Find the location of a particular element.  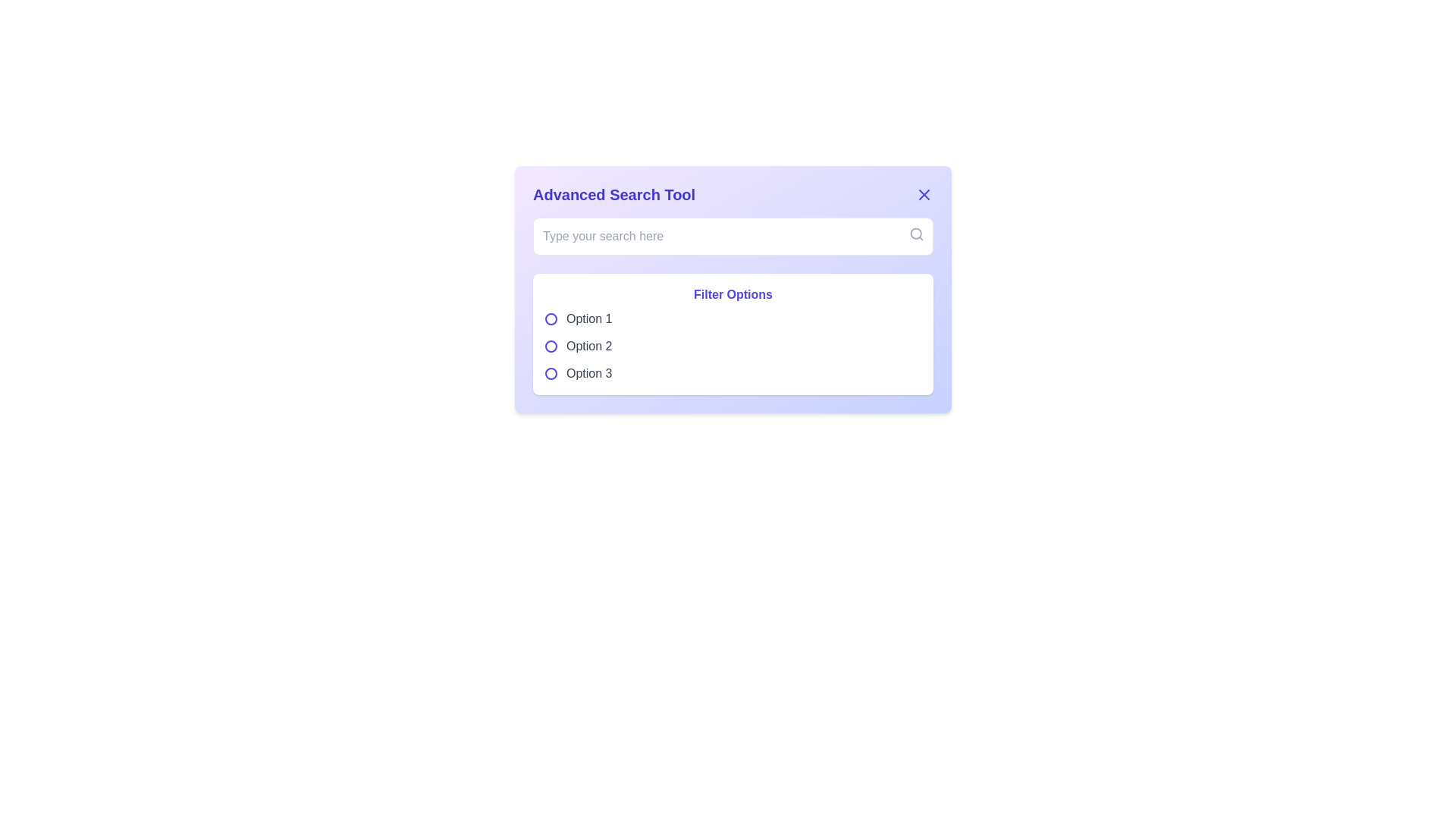

the Text label that describes the radio button input in the 'Filter Options' section of the modal window, positioned above 'Option 2' is located at coordinates (588, 318).